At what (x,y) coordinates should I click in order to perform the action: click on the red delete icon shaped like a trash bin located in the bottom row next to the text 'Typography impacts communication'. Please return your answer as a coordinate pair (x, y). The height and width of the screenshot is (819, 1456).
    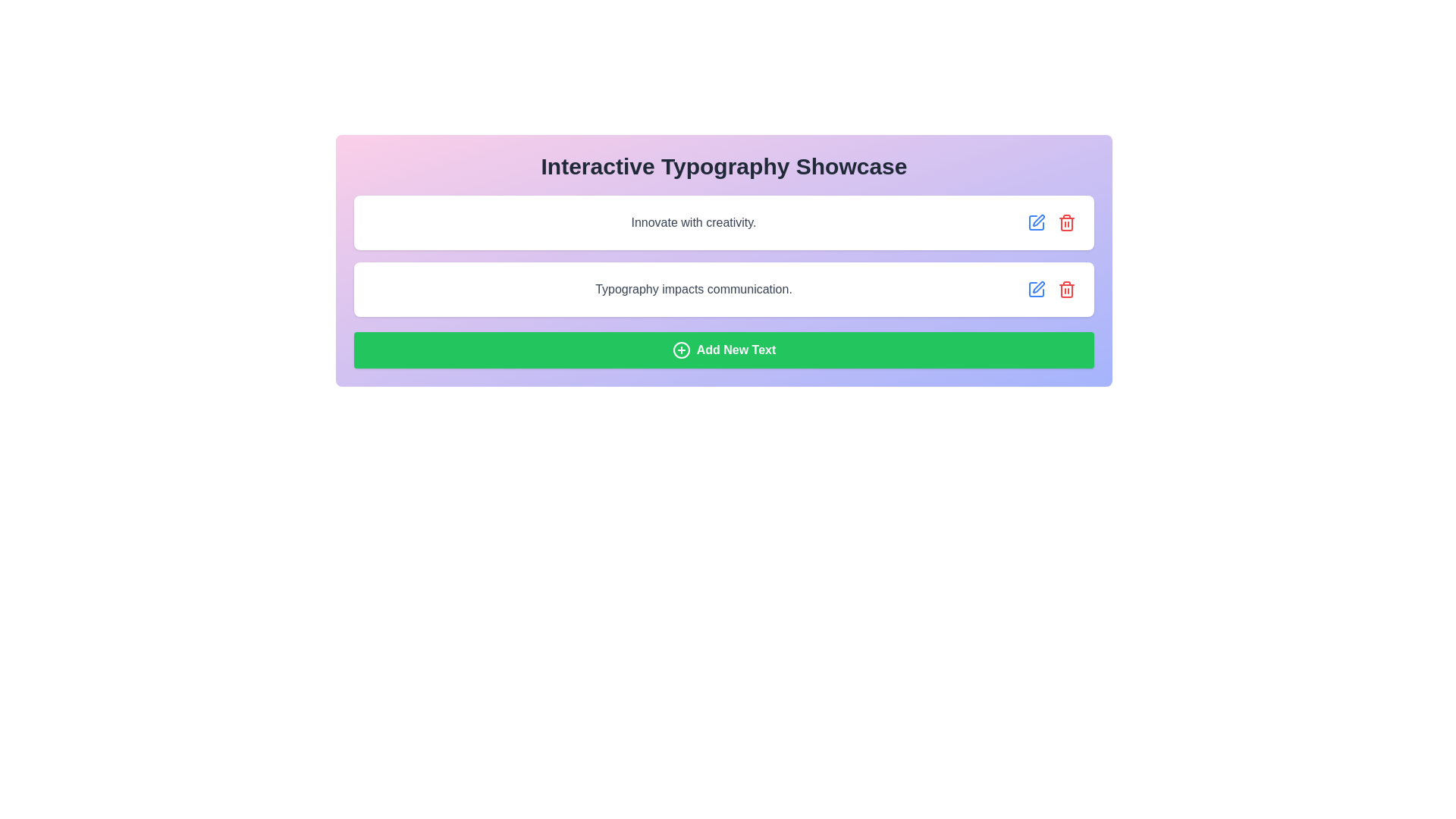
    Looking at the image, I should click on (1065, 289).